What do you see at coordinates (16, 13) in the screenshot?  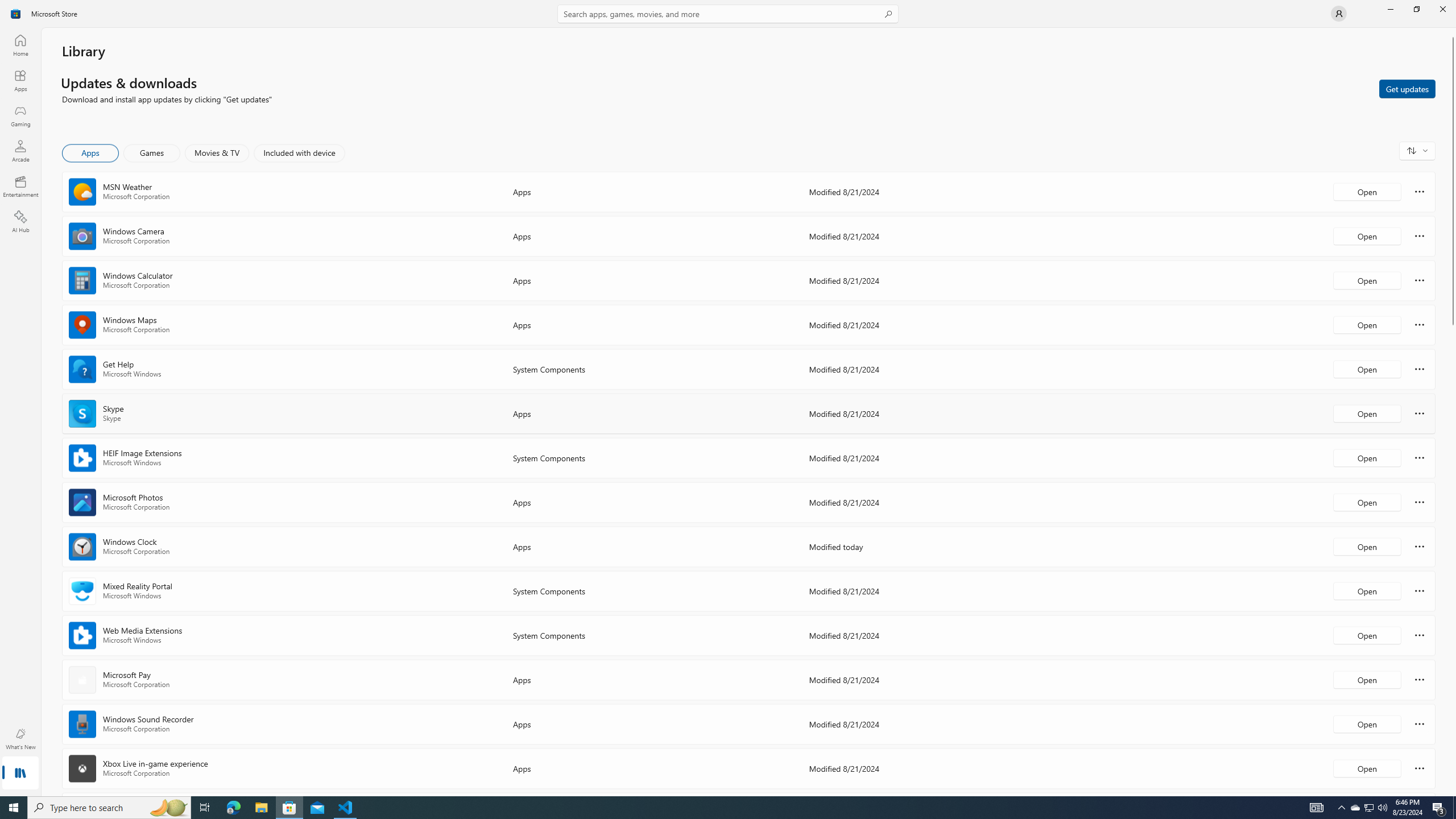 I see `'Class: Image'` at bounding box center [16, 13].